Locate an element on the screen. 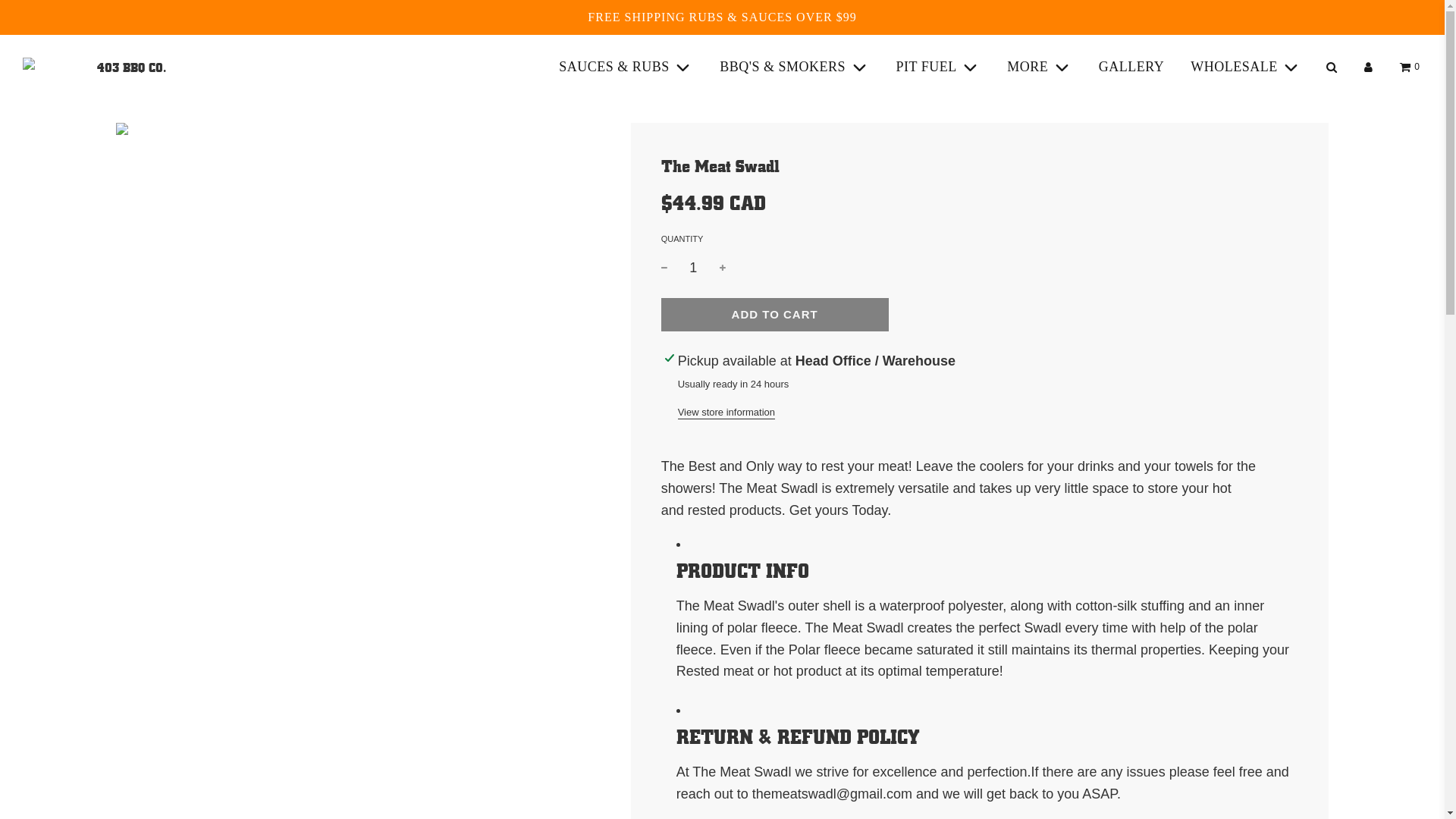 This screenshot has width=1456, height=819. 'Log in' is located at coordinates (1368, 66).